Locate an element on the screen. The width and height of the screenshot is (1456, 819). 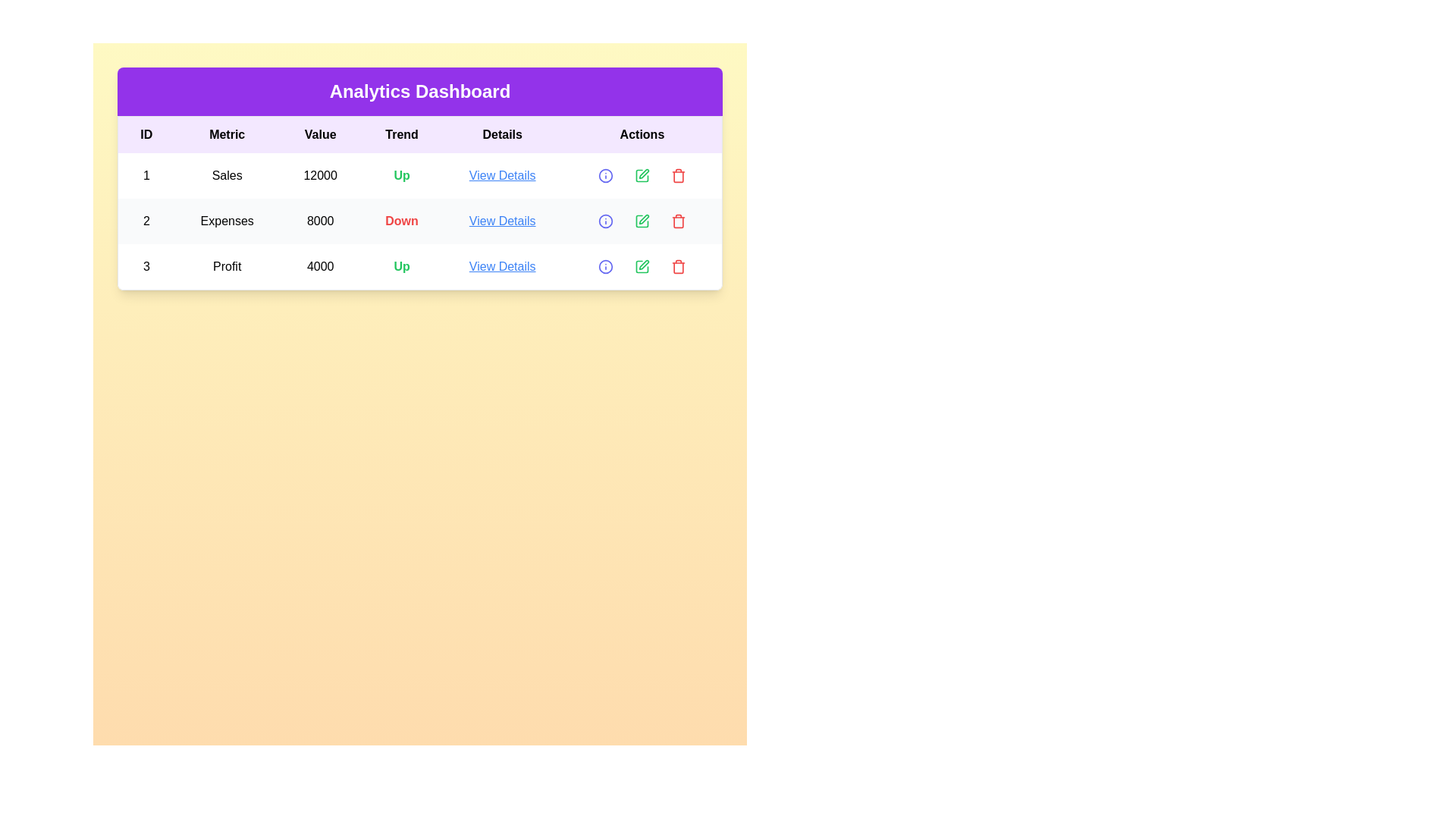
the header Text label for the 'Actions' column, which is located in the sixth position from the left in the header row of the table is located at coordinates (642, 133).